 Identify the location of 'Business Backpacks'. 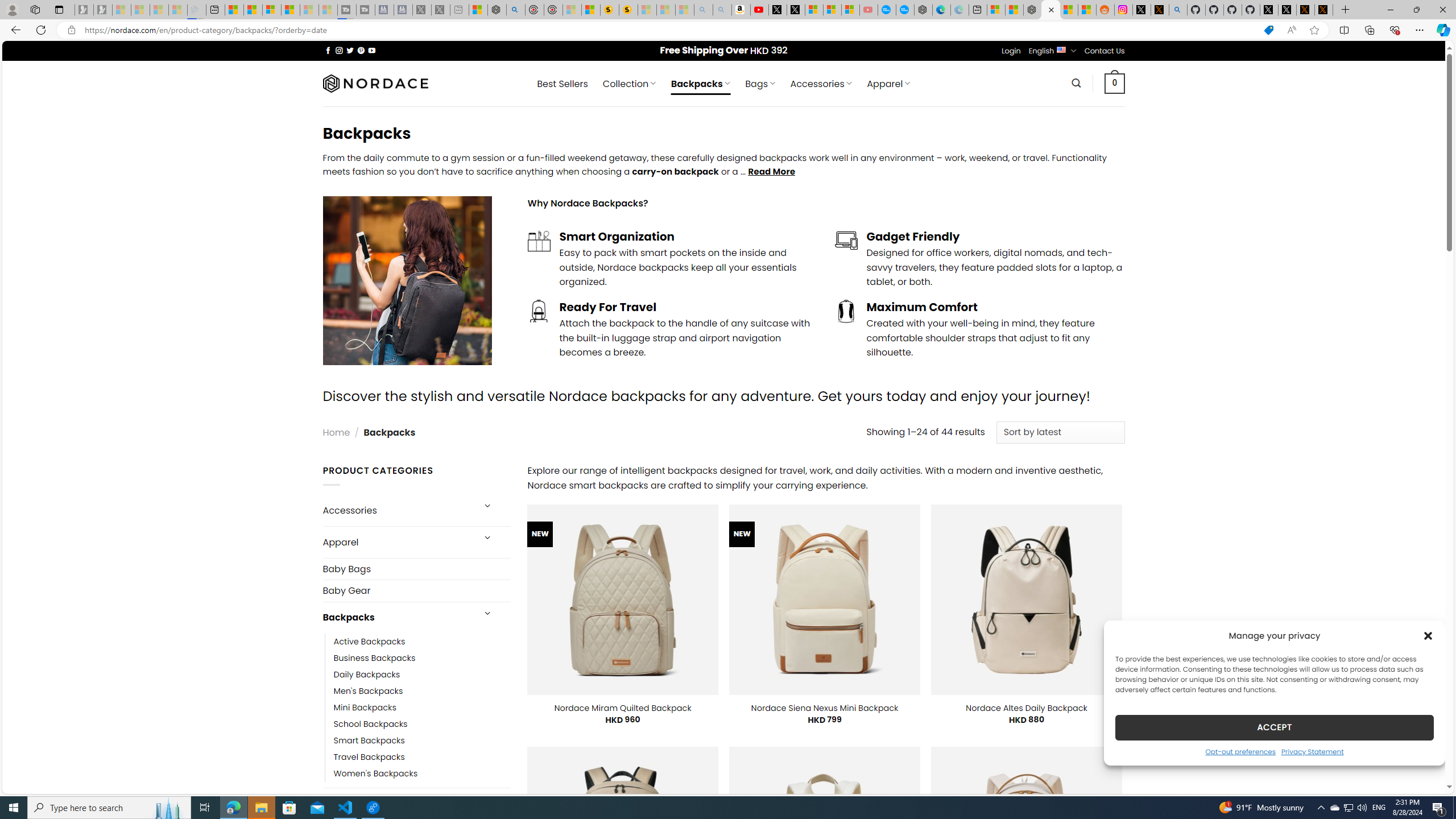
(375, 657).